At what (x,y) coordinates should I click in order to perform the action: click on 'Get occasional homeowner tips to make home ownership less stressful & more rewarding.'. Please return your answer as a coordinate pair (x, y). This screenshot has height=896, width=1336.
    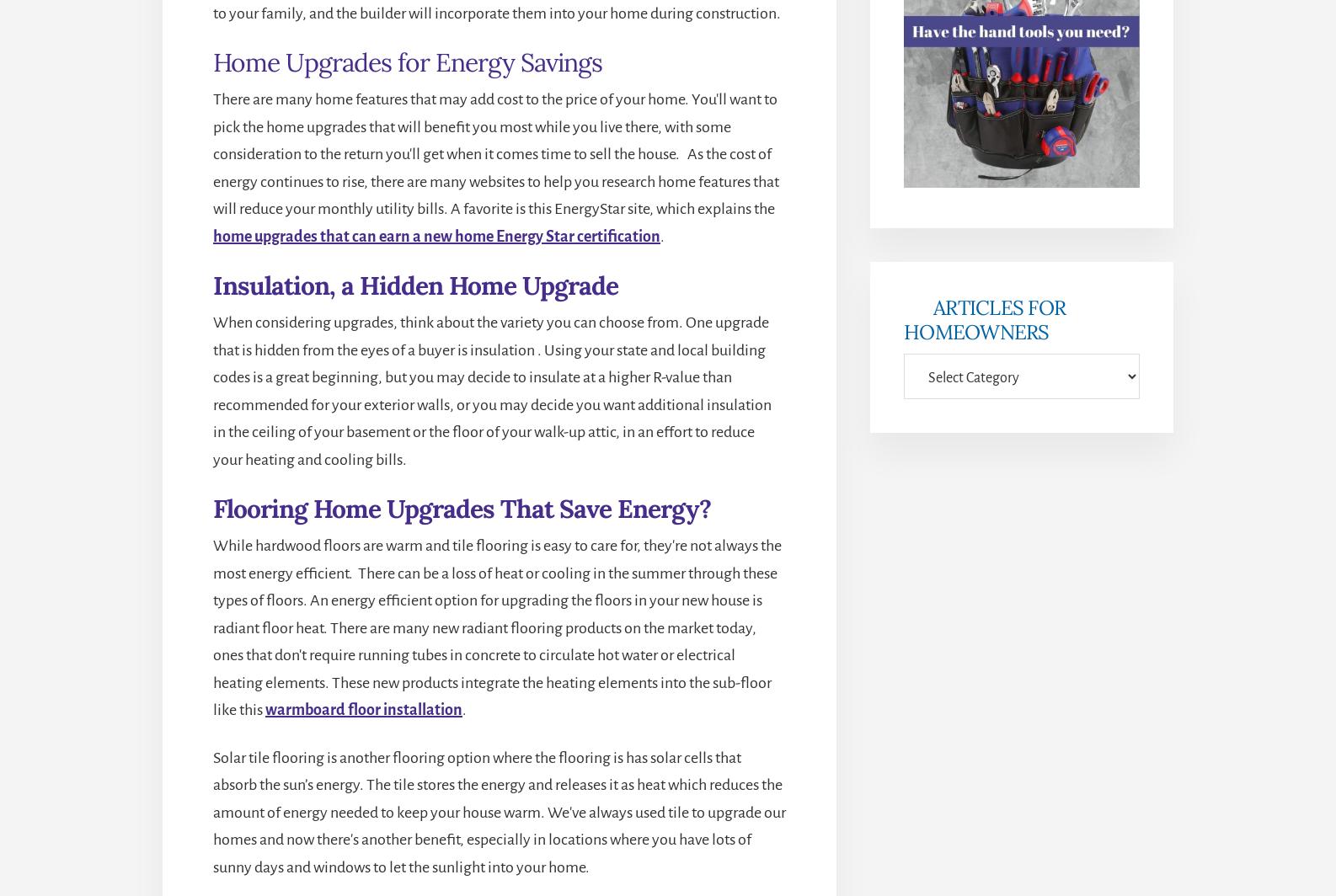
    Looking at the image, I should click on (914, 258).